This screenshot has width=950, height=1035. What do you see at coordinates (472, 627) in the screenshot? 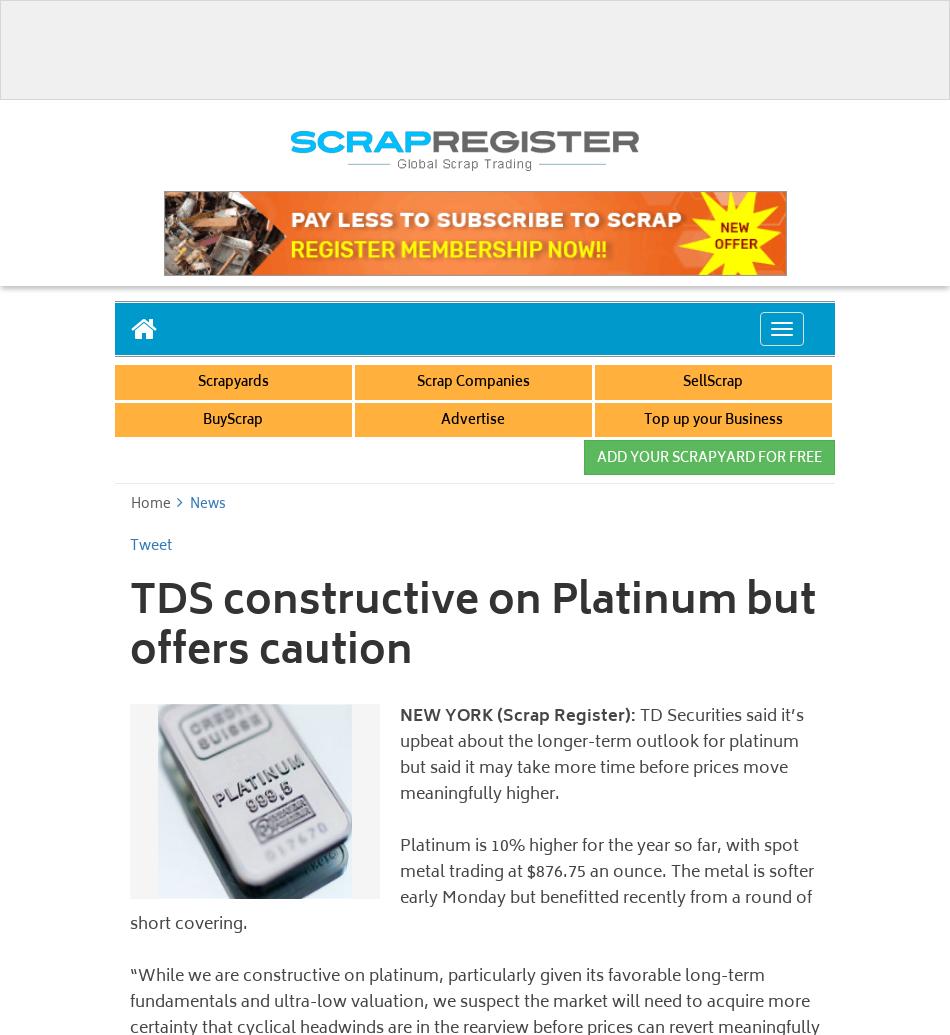
I see `'TDS constructive on Platinum but offers caution'` at bounding box center [472, 627].